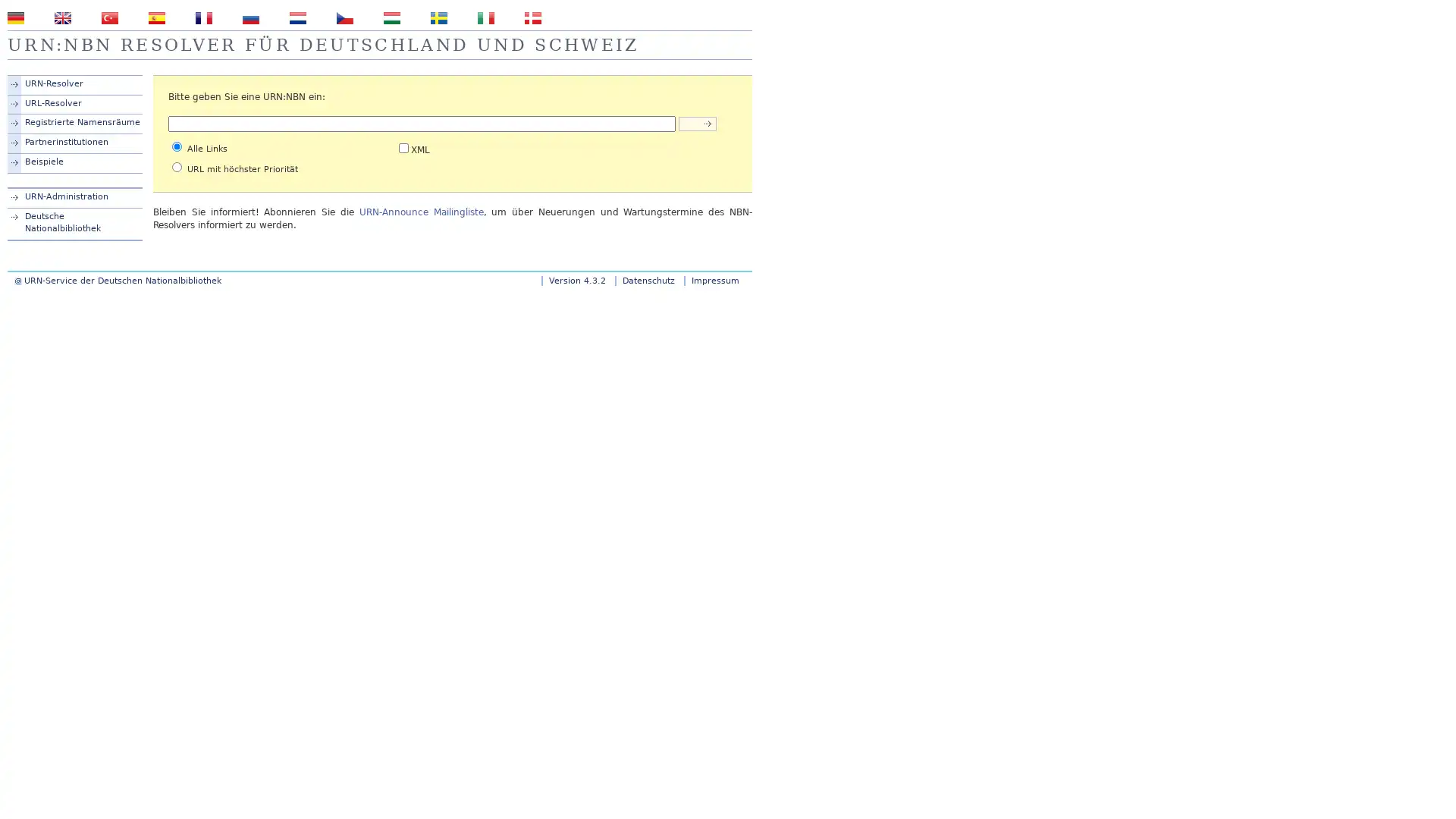  What do you see at coordinates (61, 17) in the screenshot?
I see `us` at bounding box center [61, 17].